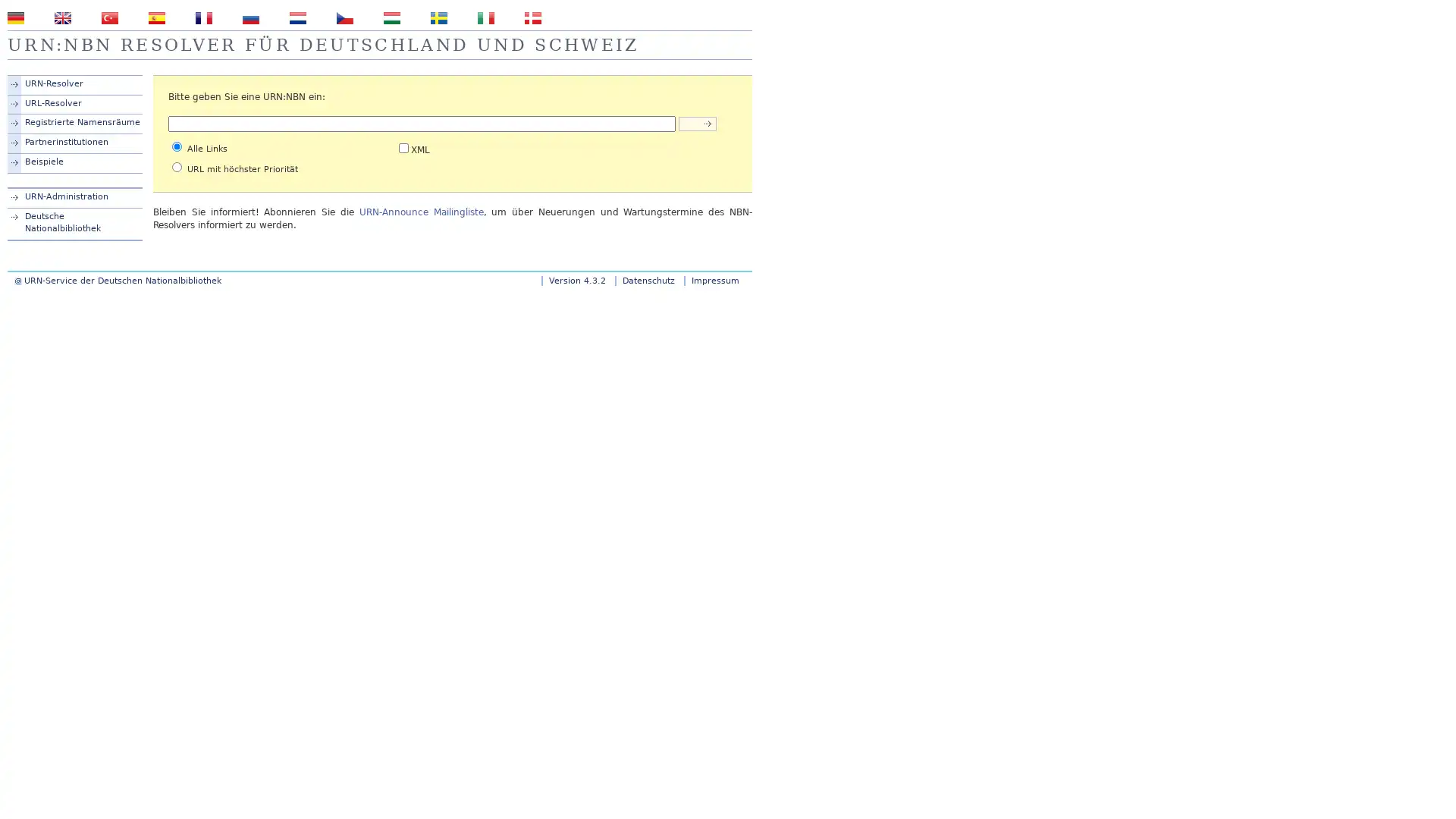  What do you see at coordinates (61, 17) in the screenshot?
I see `us` at bounding box center [61, 17].